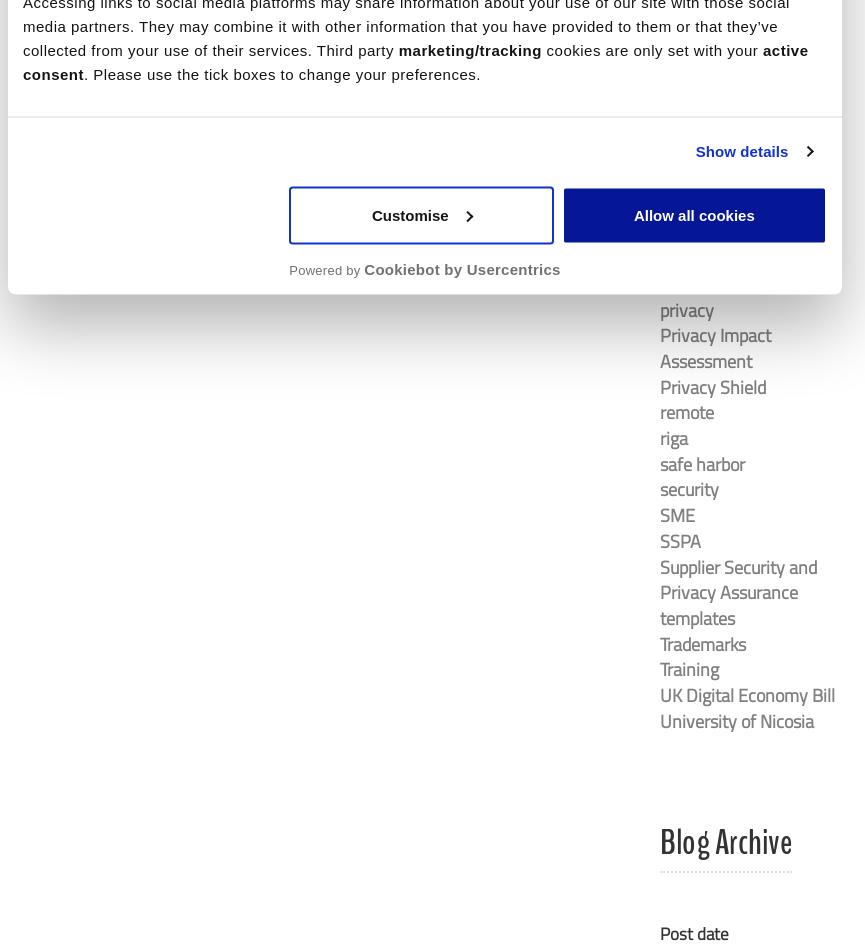 The height and width of the screenshot is (951, 865). I want to click on 'Nice Classes', so click(706, 129).